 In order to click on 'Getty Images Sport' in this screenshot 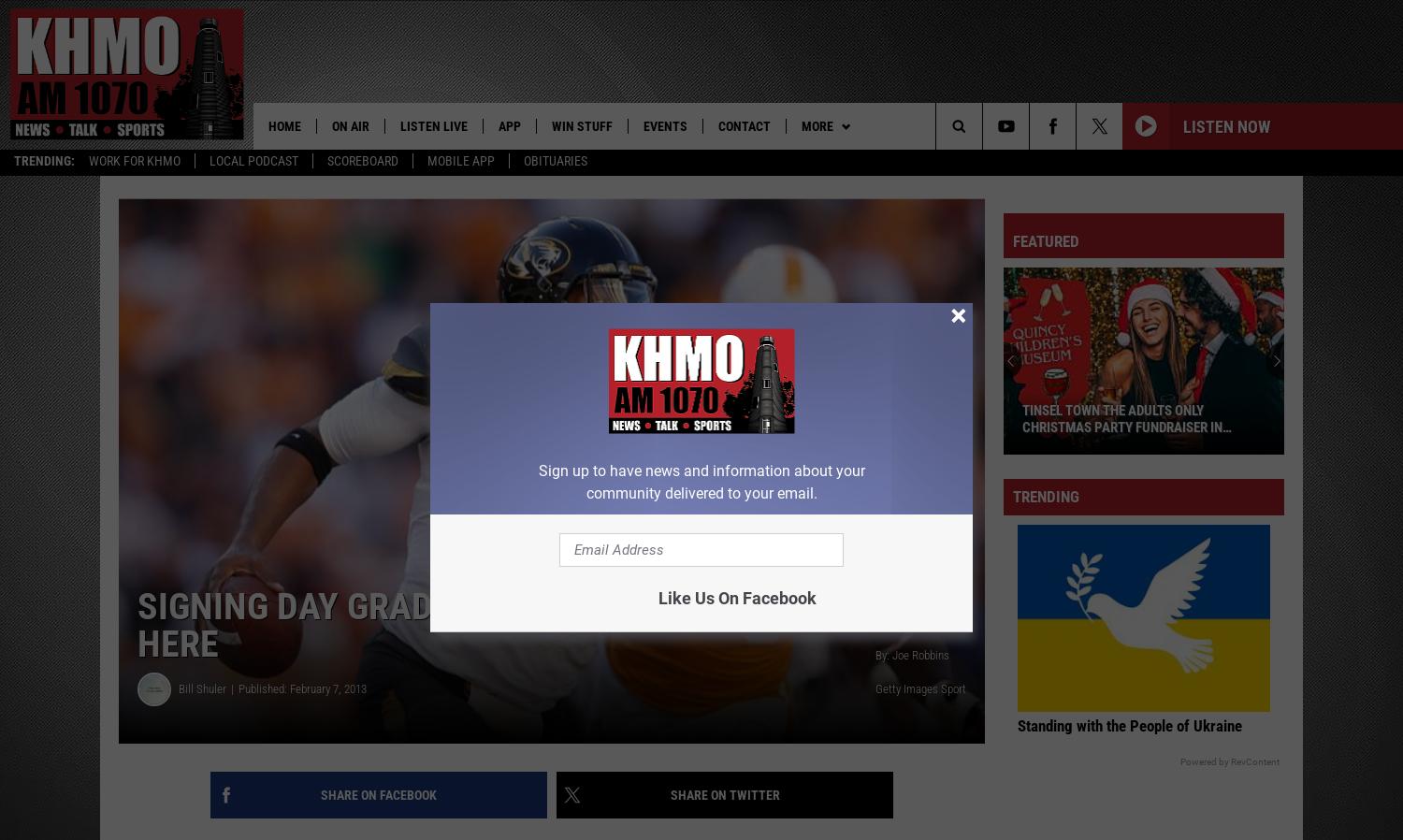, I will do `click(919, 692)`.